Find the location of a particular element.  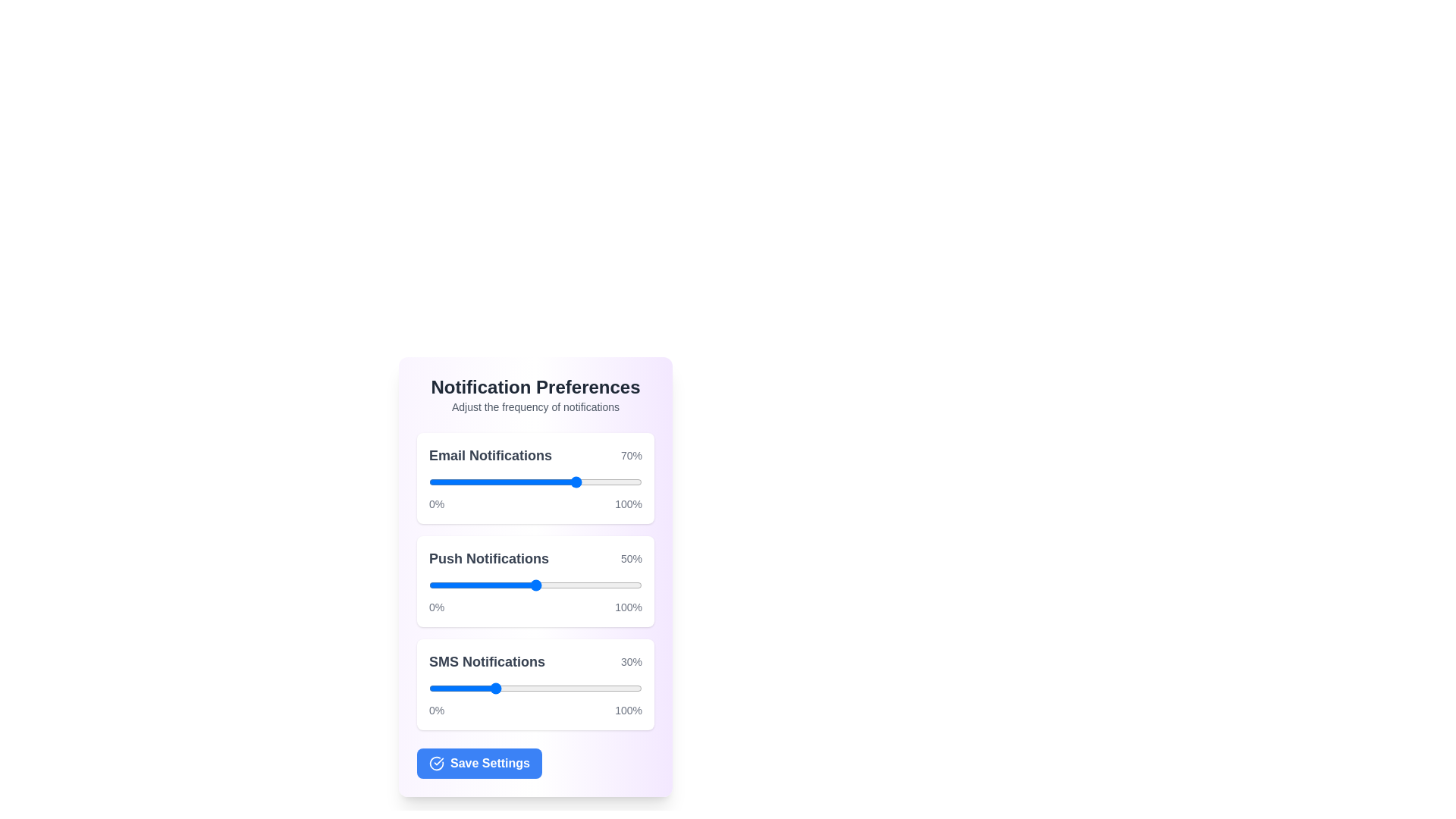

the descriptive subtitle text label for the 'Notification Preferences' section, which is positioned on the second line directly below the main header and centered in the card layout is located at coordinates (535, 406).